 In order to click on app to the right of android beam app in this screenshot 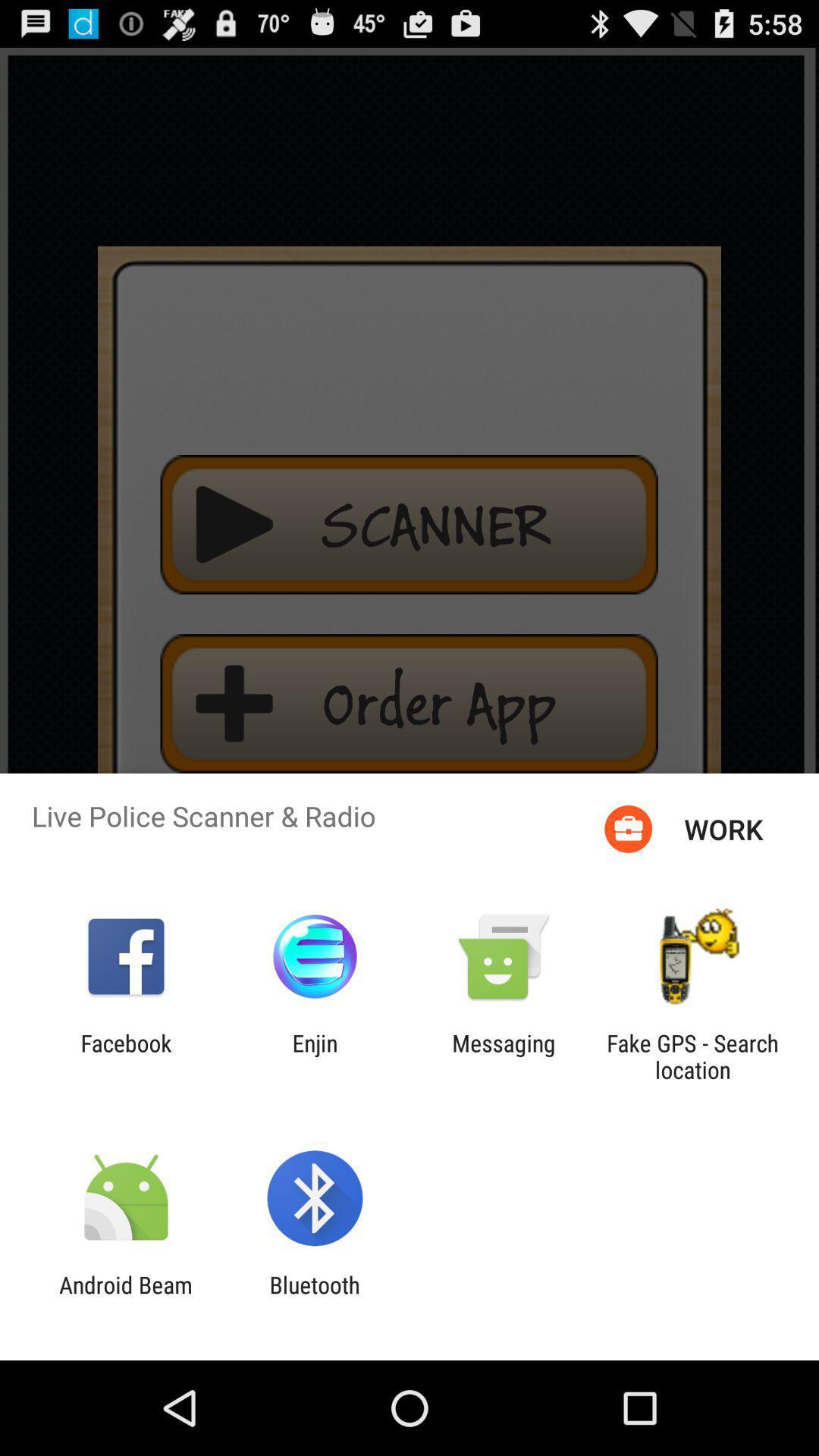, I will do `click(314, 1298)`.